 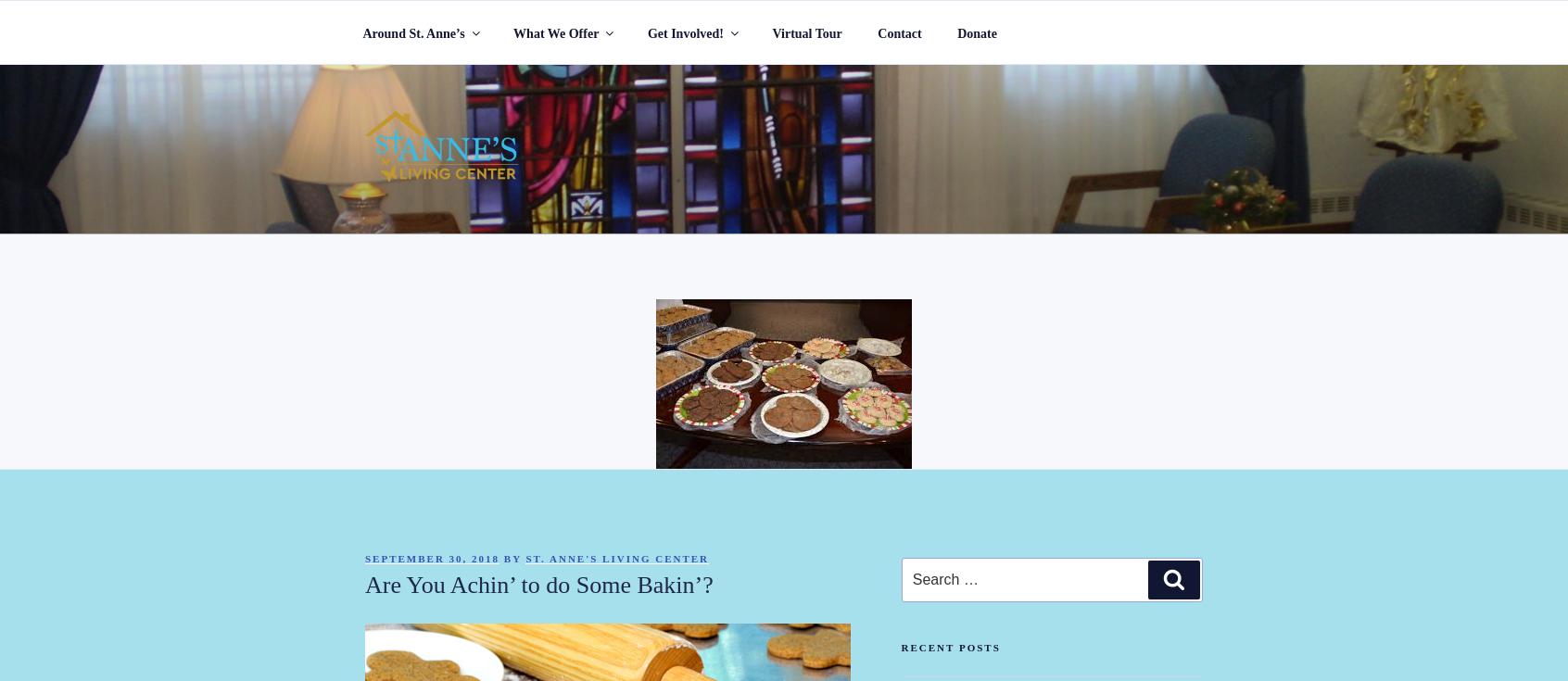 What do you see at coordinates (365, 558) in the screenshot?
I see `'September 30, 2018'` at bounding box center [365, 558].